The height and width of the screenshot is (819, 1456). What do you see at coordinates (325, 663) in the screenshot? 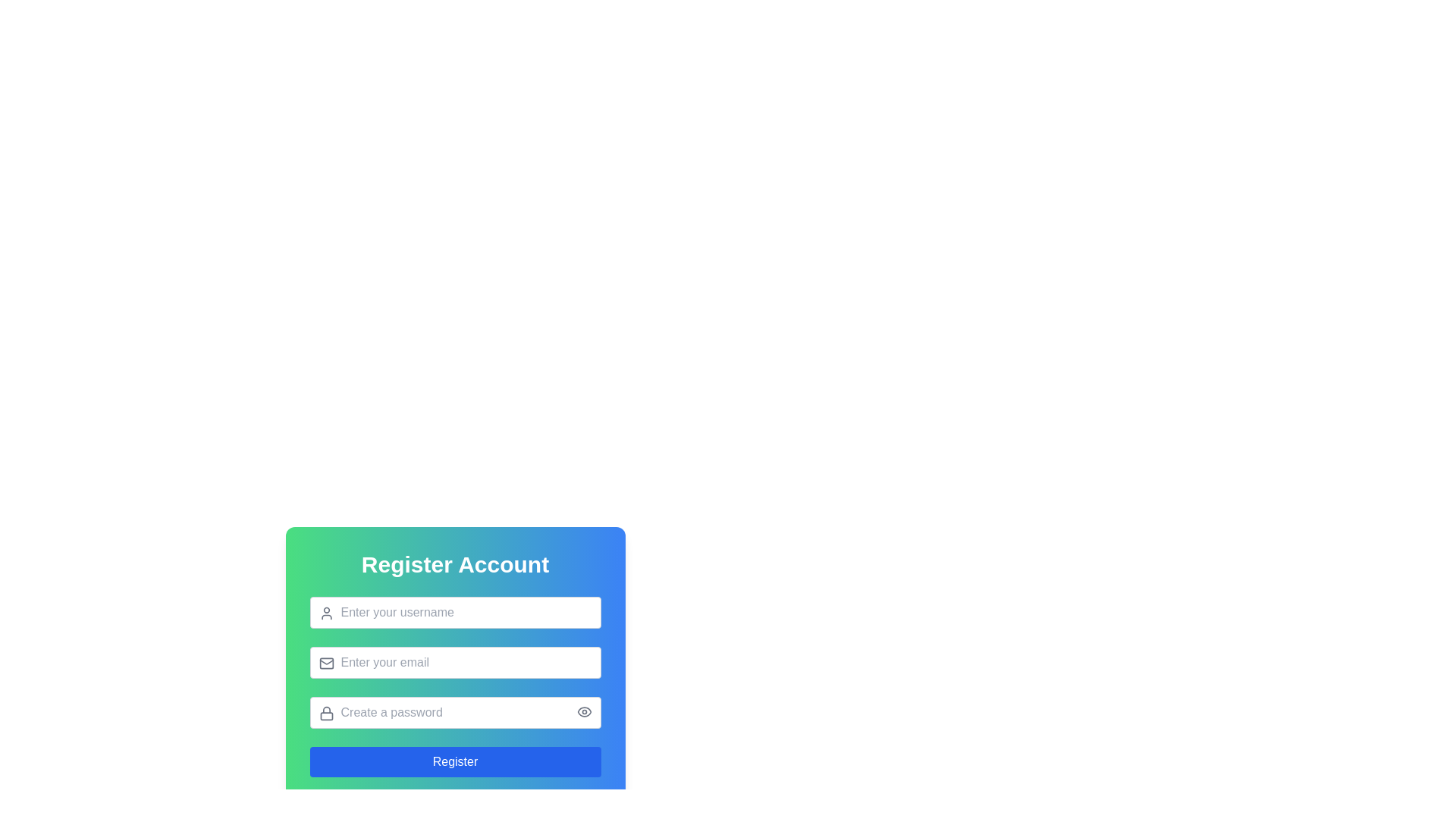
I see `the email input field icon located inside the second input field of the 'Register Account' form, which indicates users should enter an email address` at bounding box center [325, 663].